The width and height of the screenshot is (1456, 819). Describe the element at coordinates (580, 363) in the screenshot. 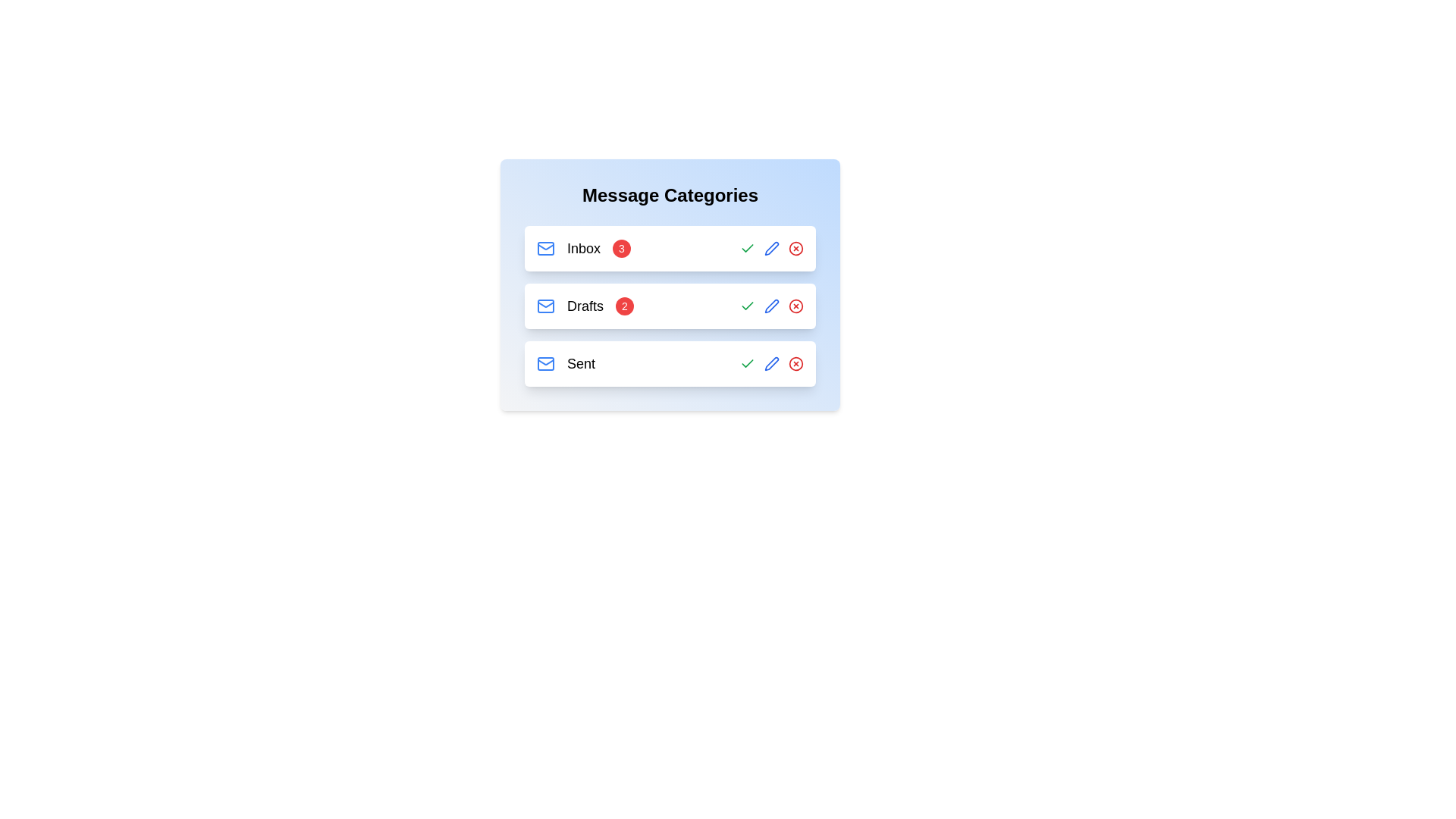

I see `the category label Sent by clicking on it` at that location.